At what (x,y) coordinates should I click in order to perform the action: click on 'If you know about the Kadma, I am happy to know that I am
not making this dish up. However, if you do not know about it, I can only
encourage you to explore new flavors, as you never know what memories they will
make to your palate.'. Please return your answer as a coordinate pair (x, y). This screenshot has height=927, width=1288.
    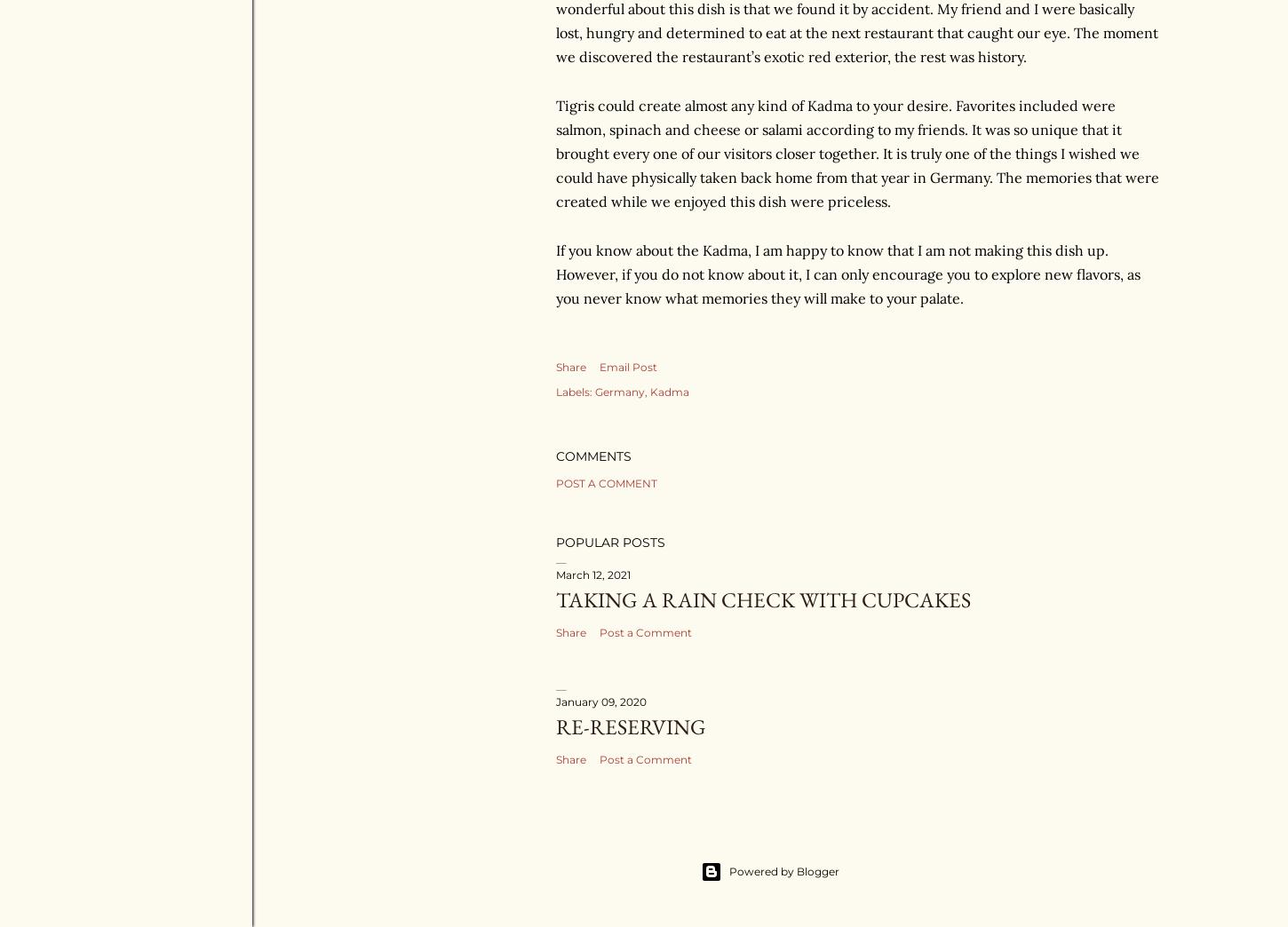
    Looking at the image, I should click on (847, 273).